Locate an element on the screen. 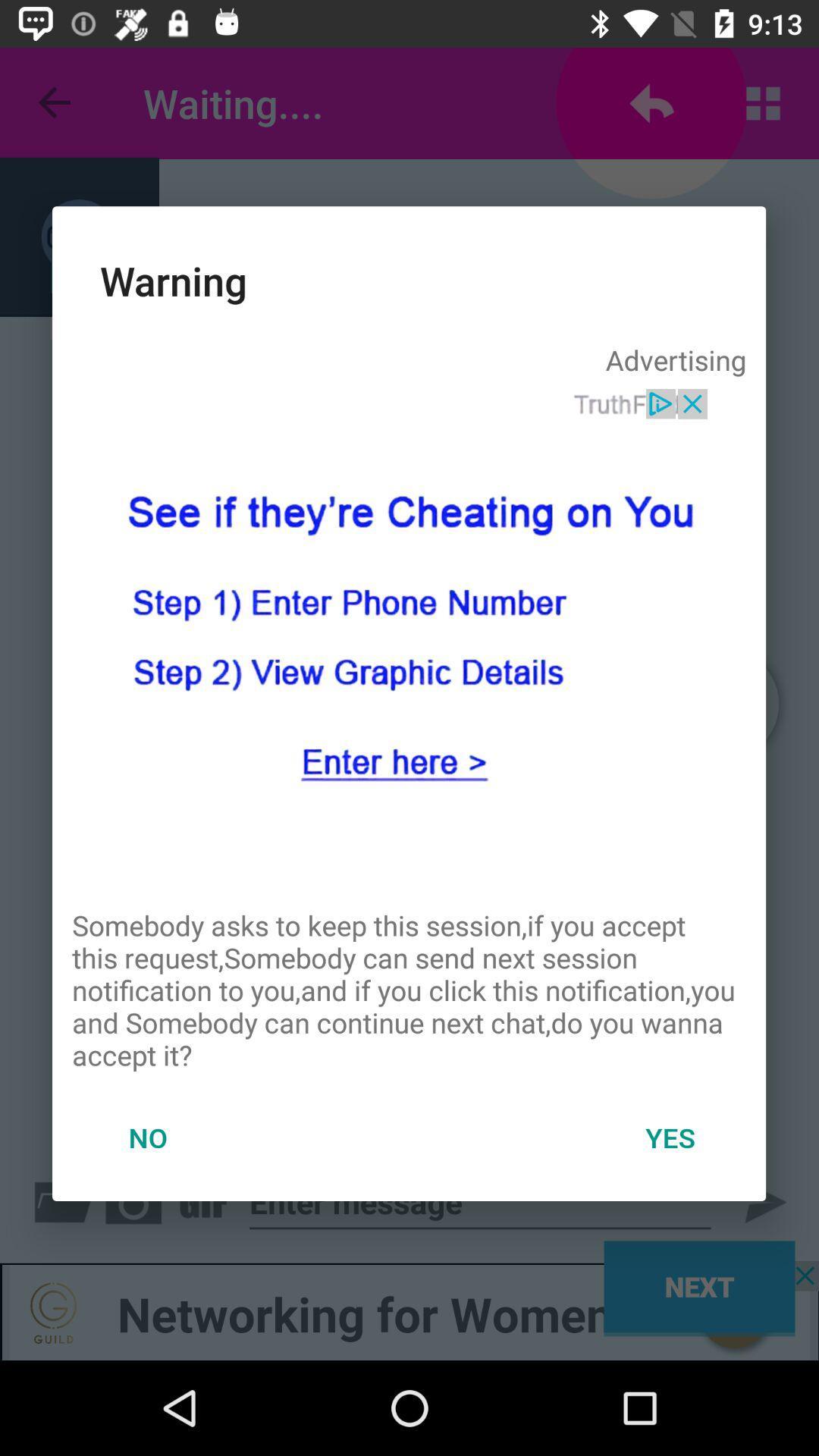 This screenshot has height=1456, width=819. get information about the person is located at coordinates (408, 638).